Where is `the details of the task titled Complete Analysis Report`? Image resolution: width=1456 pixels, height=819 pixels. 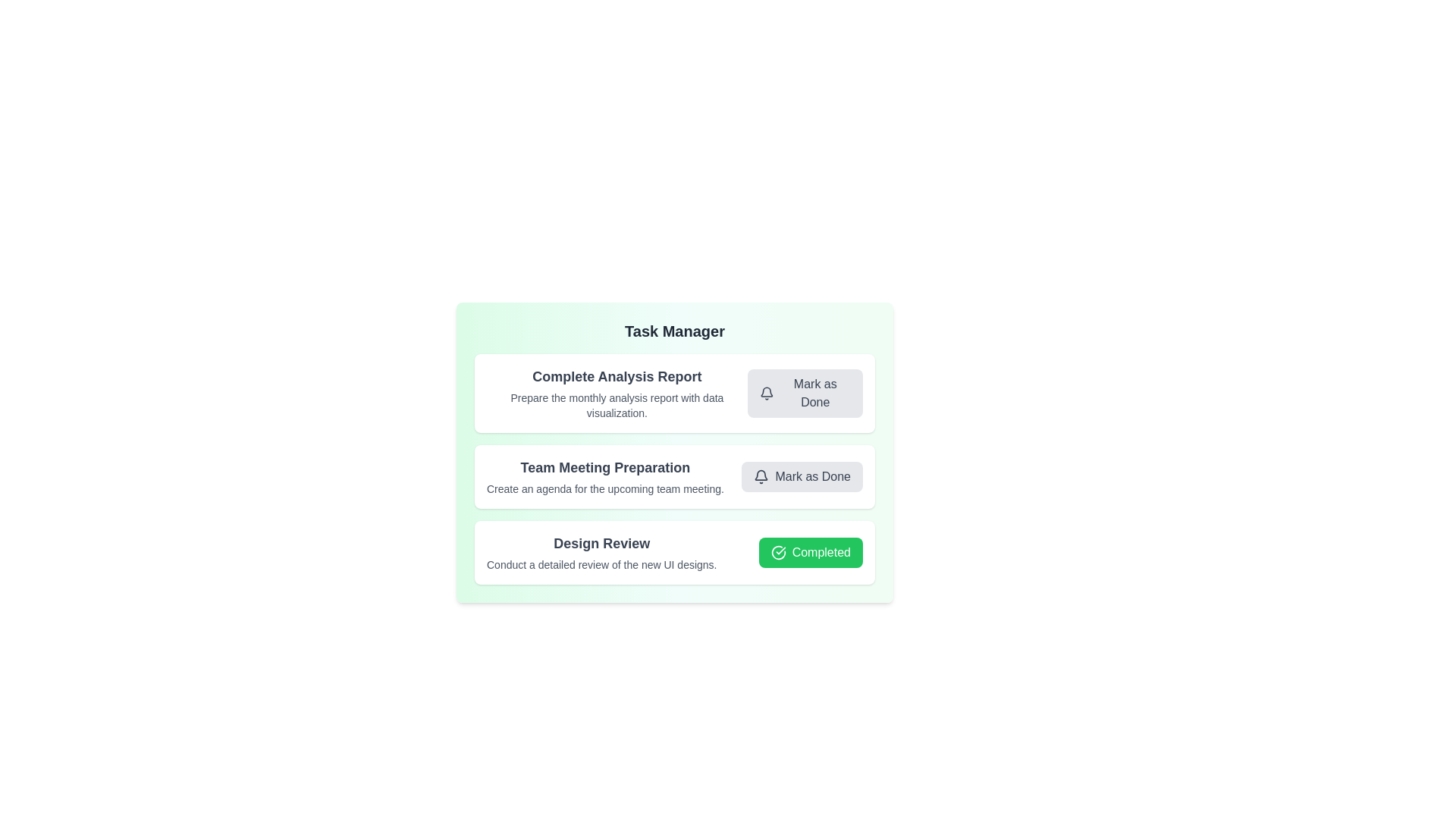 the details of the task titled Complete Analysis Report is located at coordinates (617, 376).